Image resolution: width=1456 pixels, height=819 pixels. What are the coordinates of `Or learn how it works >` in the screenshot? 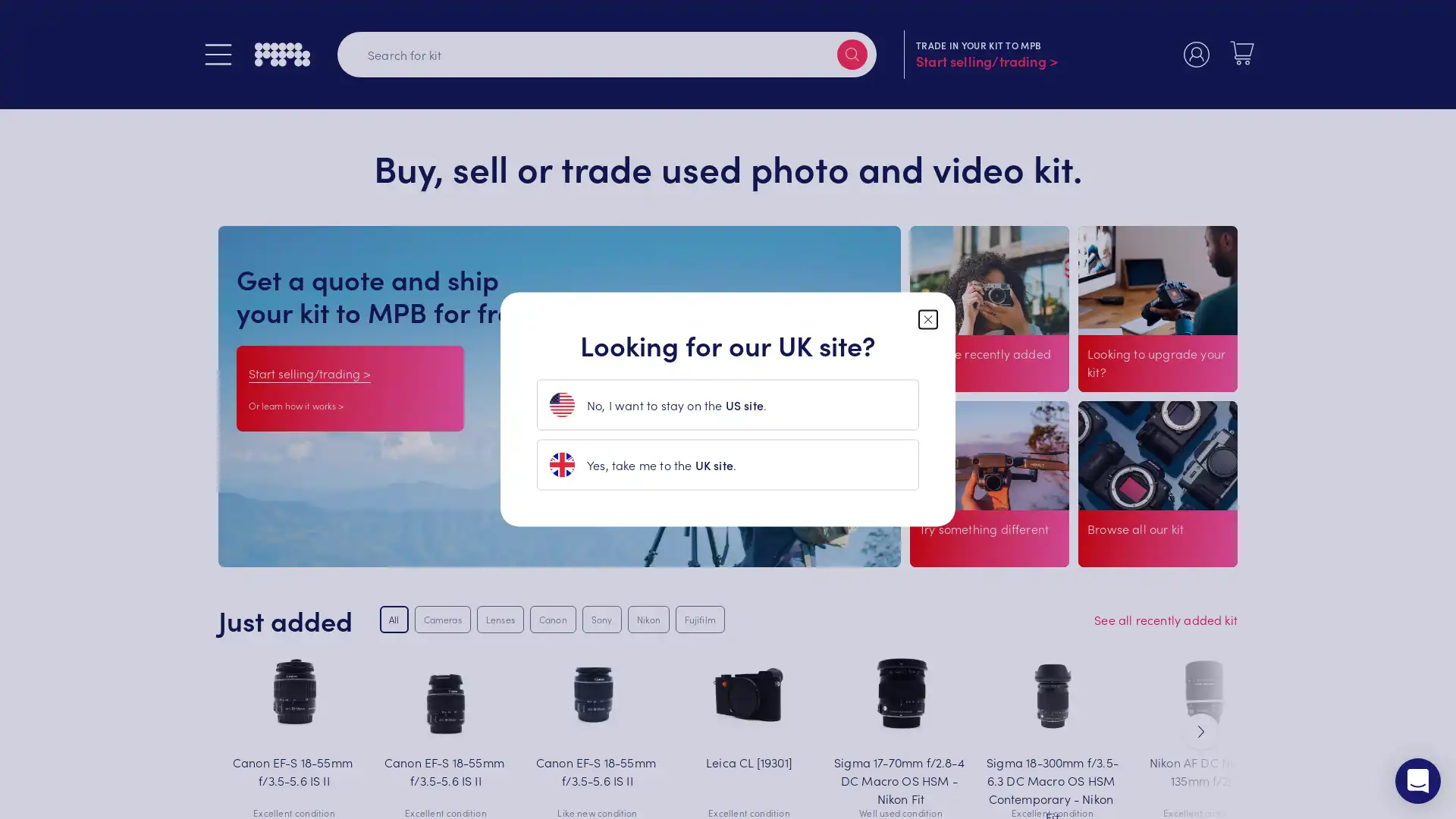 It's located at (296, 404).